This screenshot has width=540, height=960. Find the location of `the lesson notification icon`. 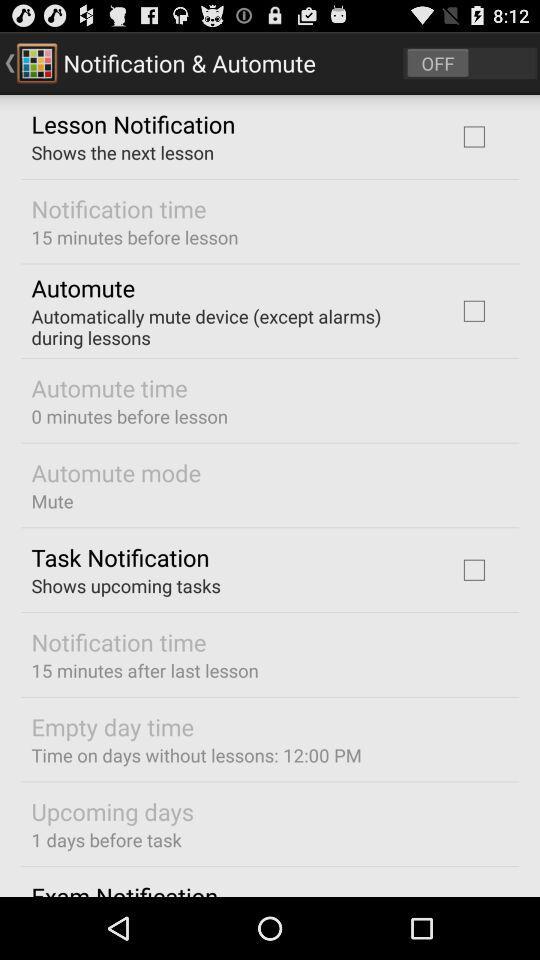

the lesson notification icon is located at coordinates (133, 122).